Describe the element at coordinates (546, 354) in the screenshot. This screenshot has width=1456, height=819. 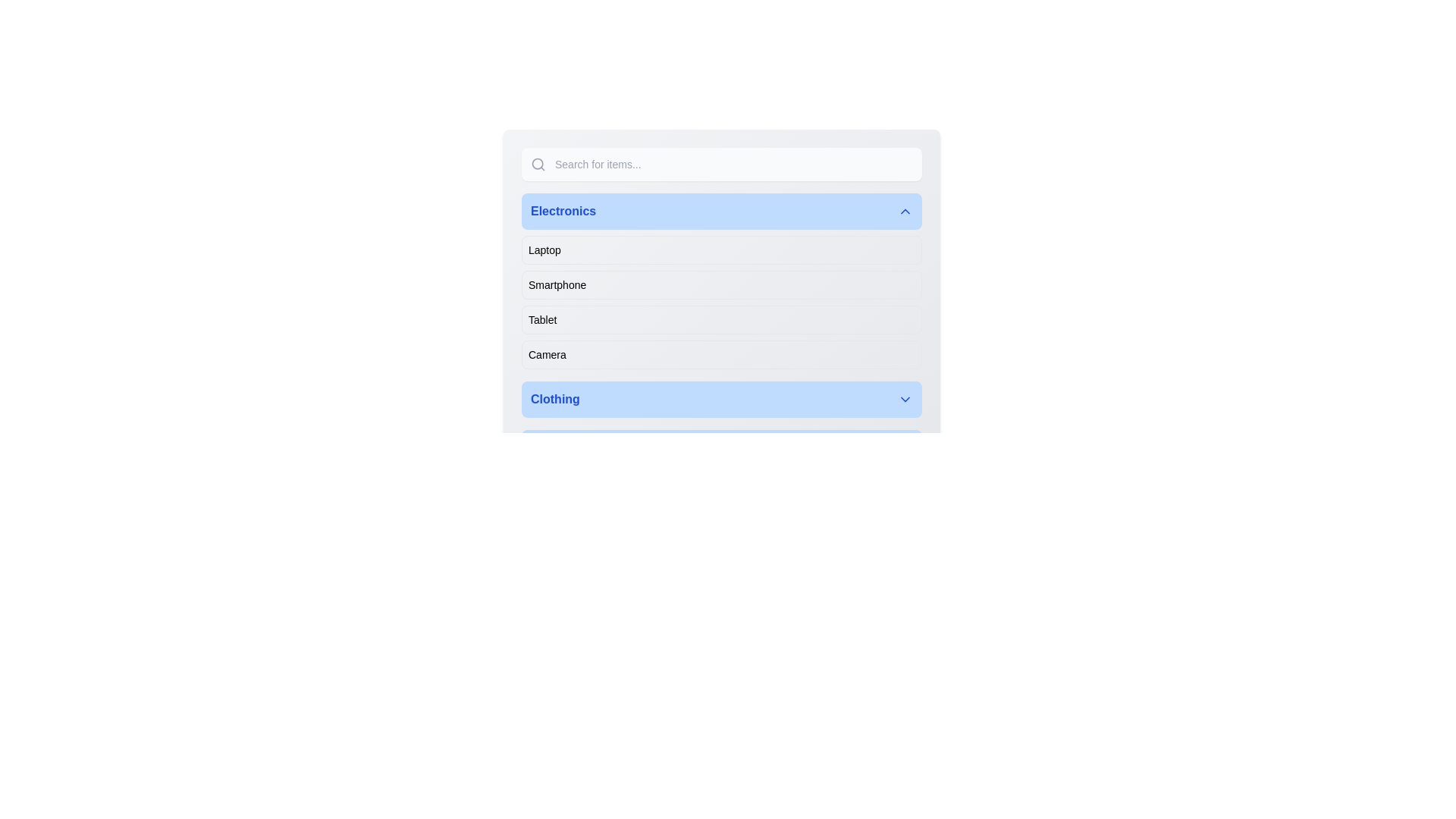
I see `the 'Camera' text label located in the fourth position under the 'Electronics' section of the sidebar navigation` at that location.